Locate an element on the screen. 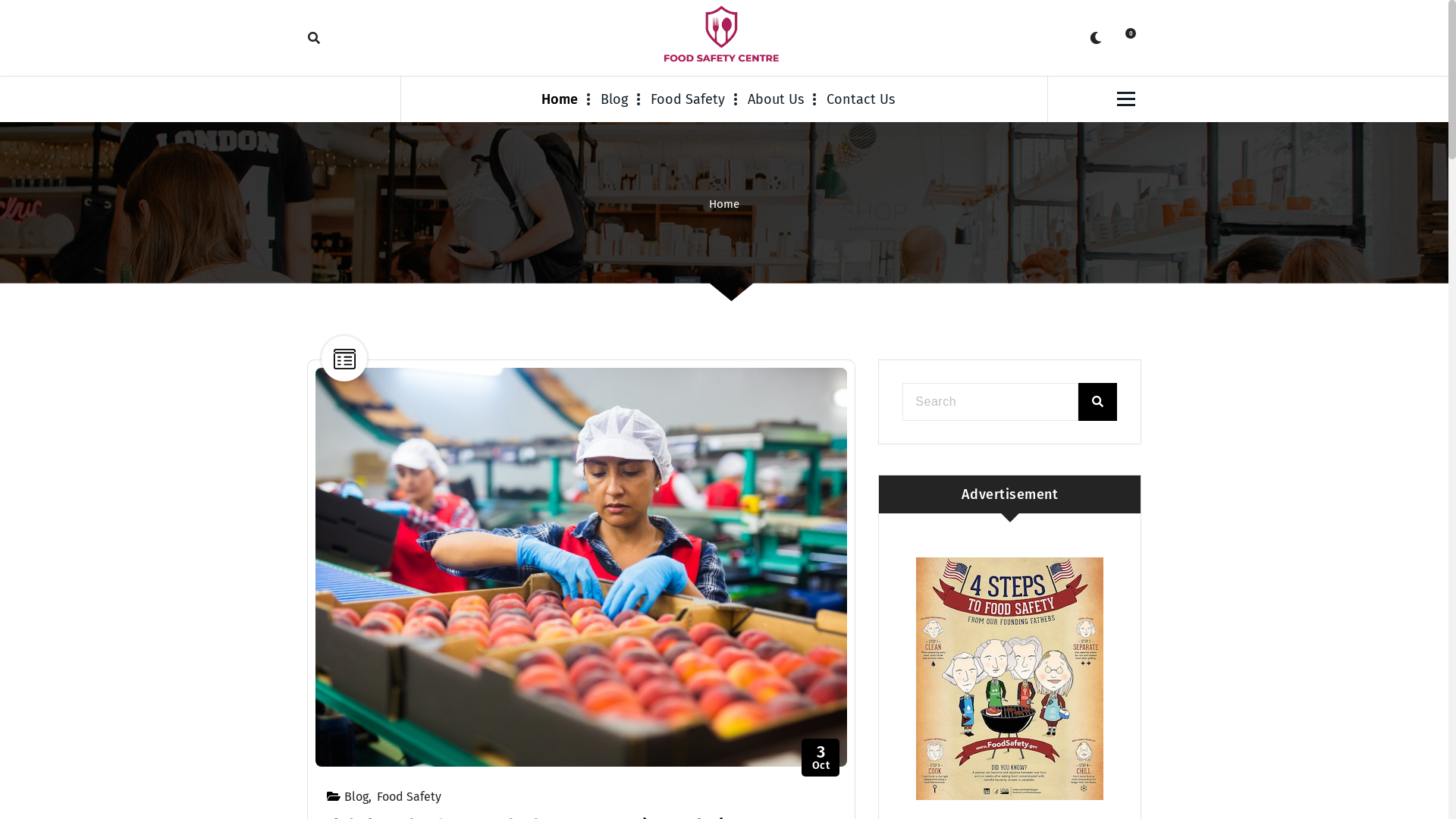 Image resolution: width=1456 pixels, height=819 pixels. 'Blog' is located at coordinates (614, 99).